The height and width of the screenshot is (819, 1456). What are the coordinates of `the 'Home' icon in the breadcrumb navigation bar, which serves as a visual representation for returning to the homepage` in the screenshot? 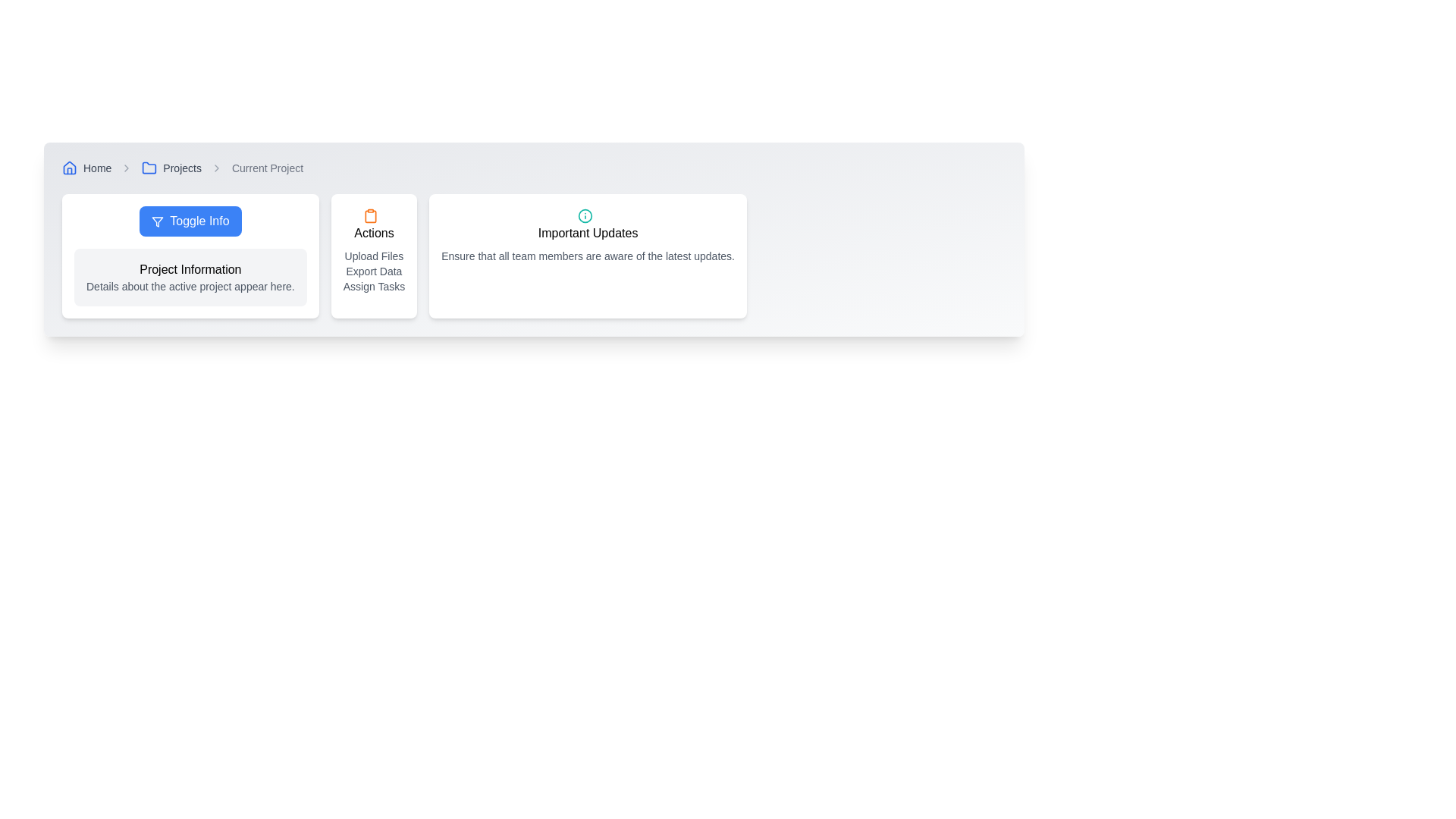 It's located at (68, 167).